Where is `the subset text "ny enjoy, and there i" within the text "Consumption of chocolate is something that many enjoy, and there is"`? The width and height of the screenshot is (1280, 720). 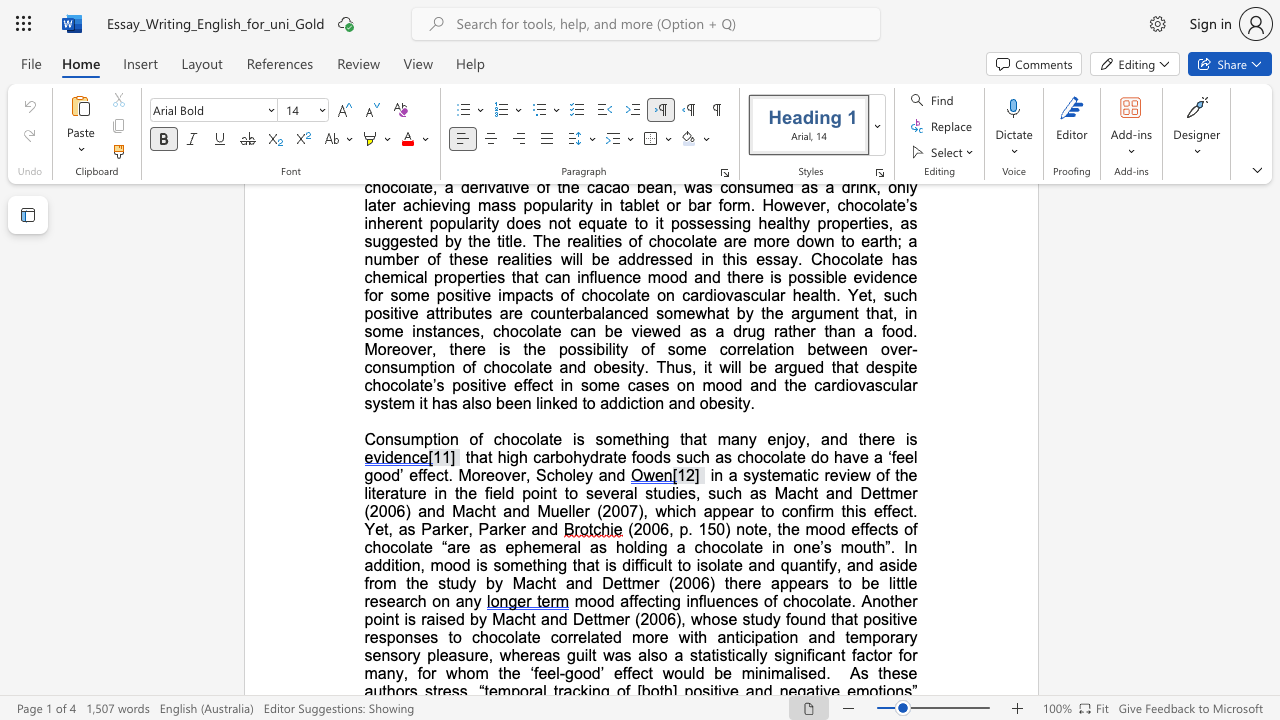 the subset text "ny enjoy, and there i" within the text "Consumption of chocolate is something that many enjoy, and there is" is located at coordinates (738, 438).